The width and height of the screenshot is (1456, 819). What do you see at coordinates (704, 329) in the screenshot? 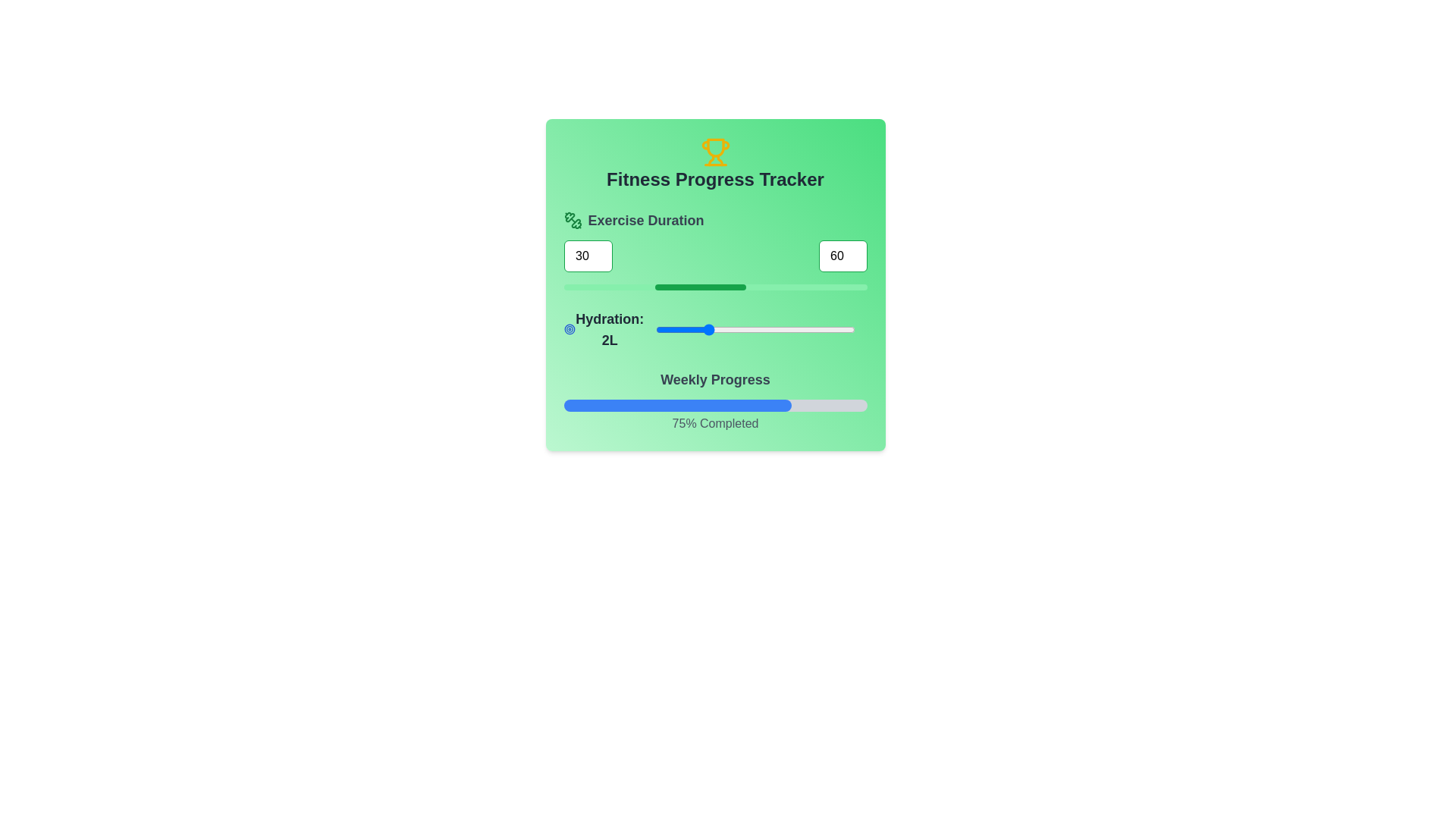
I see `the hydration level` at bounding box center [704, 329].